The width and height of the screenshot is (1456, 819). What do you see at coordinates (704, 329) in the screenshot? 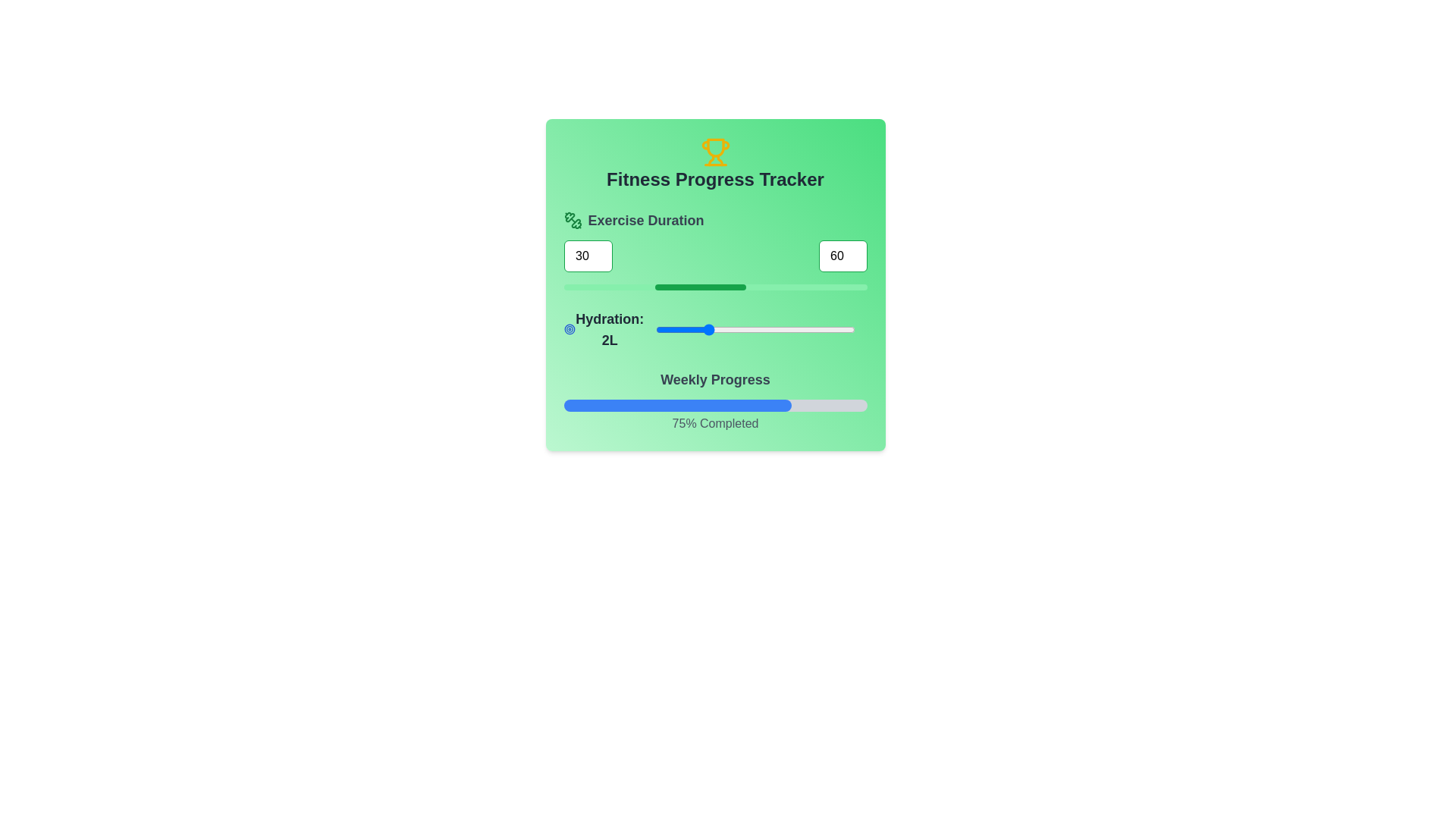
I see `the hydration level` at bounding box center [704, 329].